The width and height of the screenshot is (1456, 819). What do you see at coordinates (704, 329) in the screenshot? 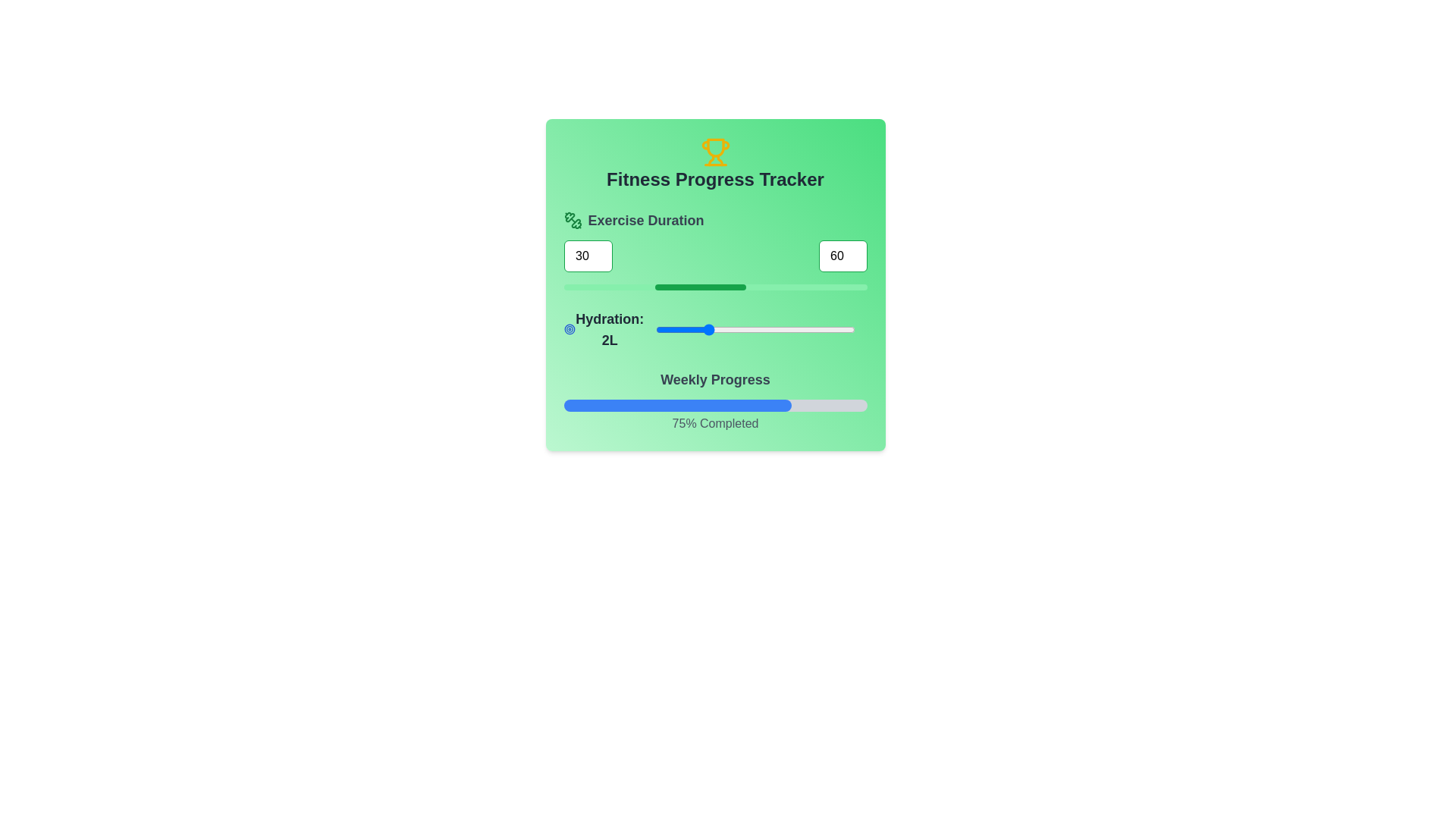
I see `the hydration level` at bounding box center [704, 329].